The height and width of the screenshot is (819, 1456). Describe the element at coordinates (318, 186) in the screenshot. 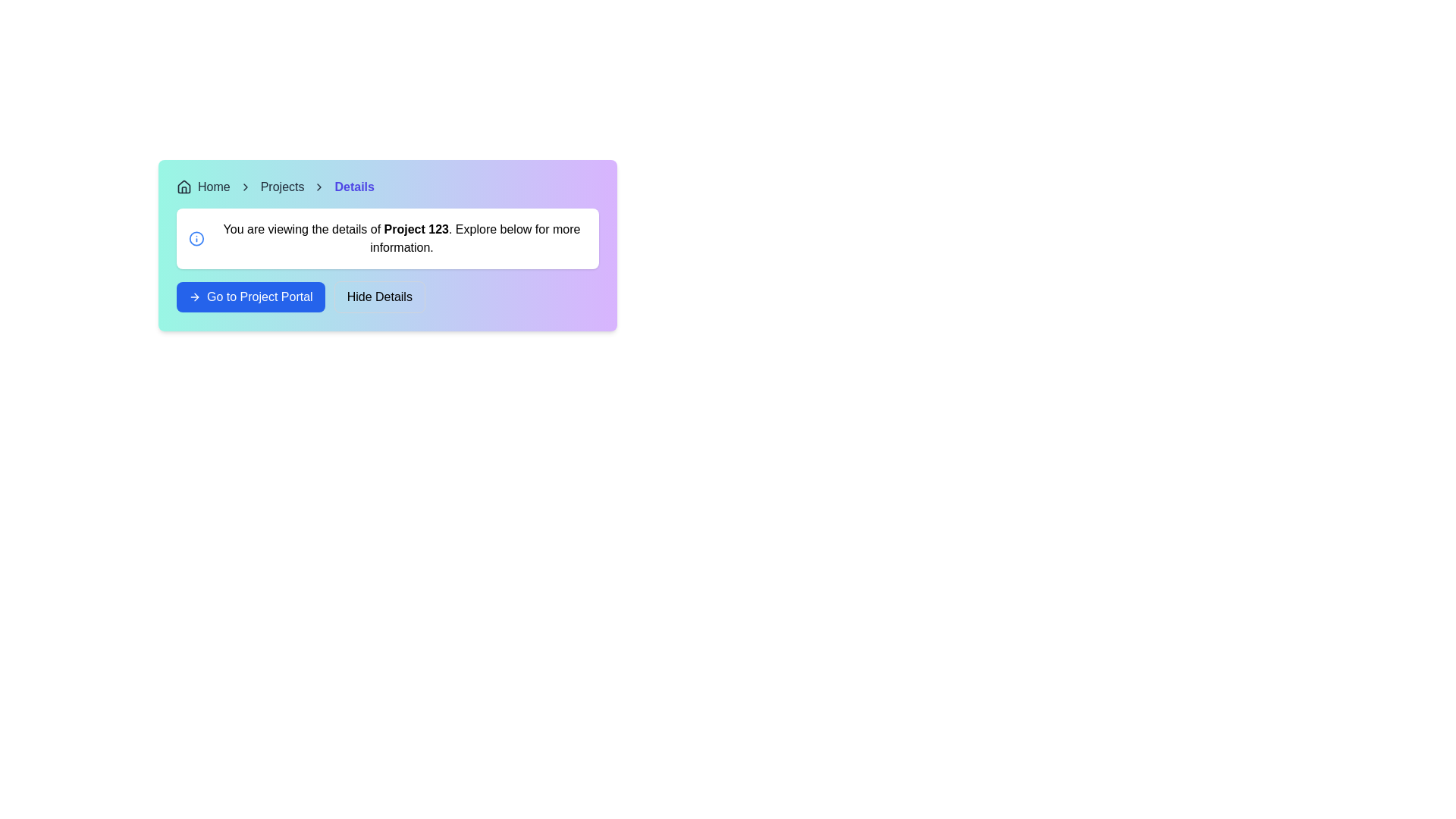

I see `the third chevron icon in the breadcrumb navigation bar, which visually indicates the relationship between the 'Projects' and 'Details' entries` at that location.